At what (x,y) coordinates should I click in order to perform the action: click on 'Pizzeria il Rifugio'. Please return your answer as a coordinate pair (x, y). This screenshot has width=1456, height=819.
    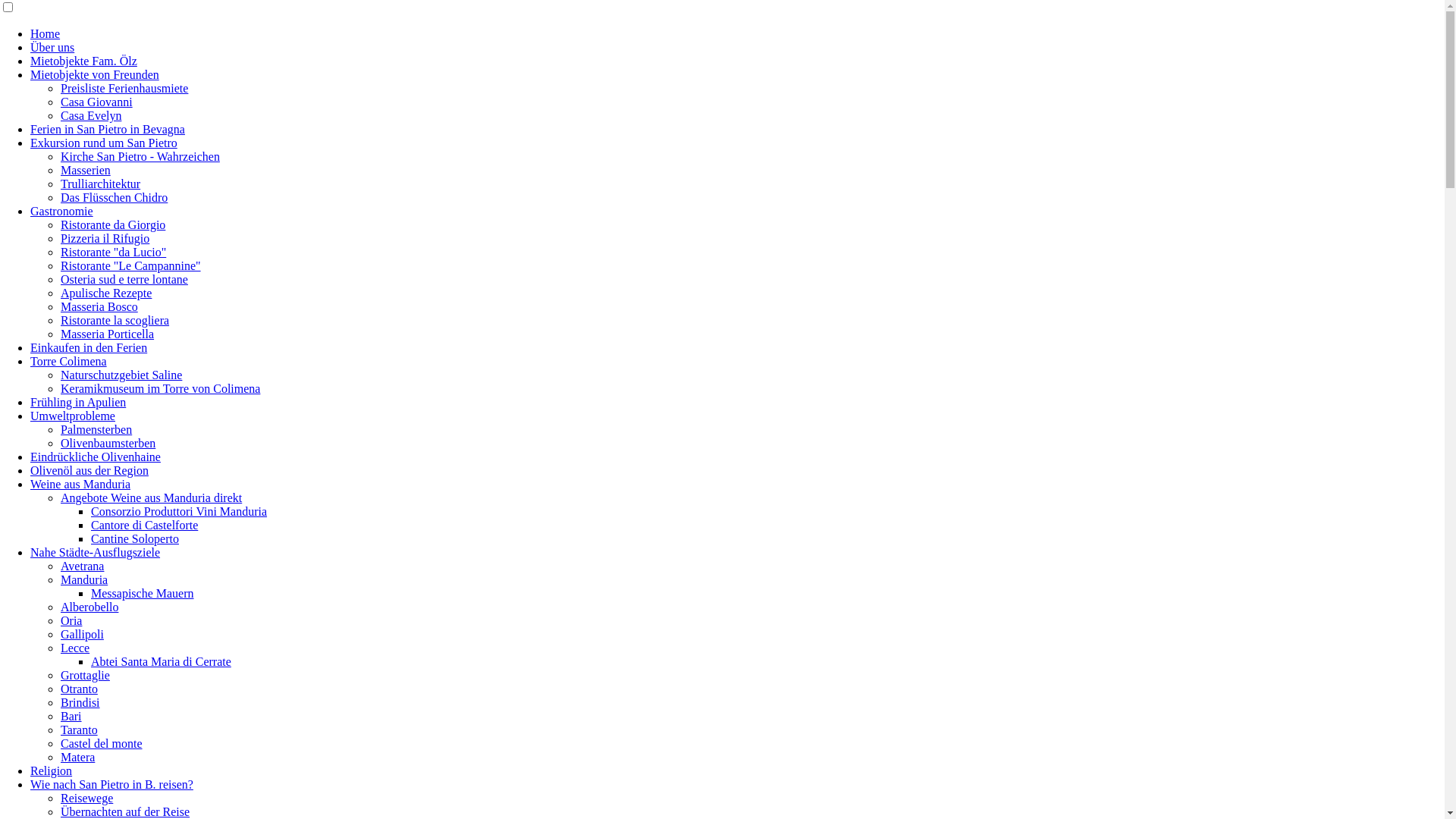
    Looking at the image, I should click on (61, 238).